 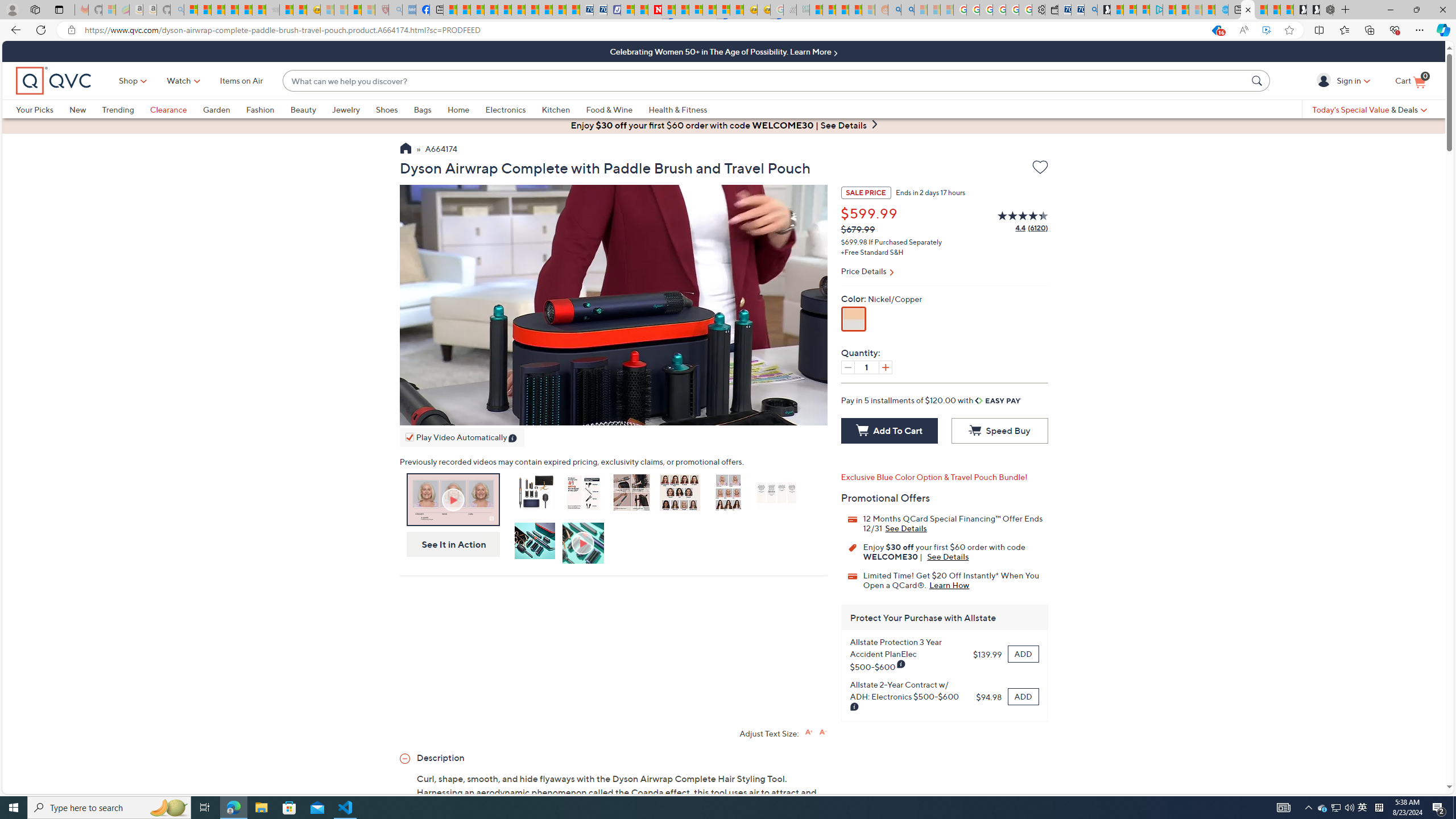 I want to click on 'Decrease quantity by 1', so click(x=846, y=366).